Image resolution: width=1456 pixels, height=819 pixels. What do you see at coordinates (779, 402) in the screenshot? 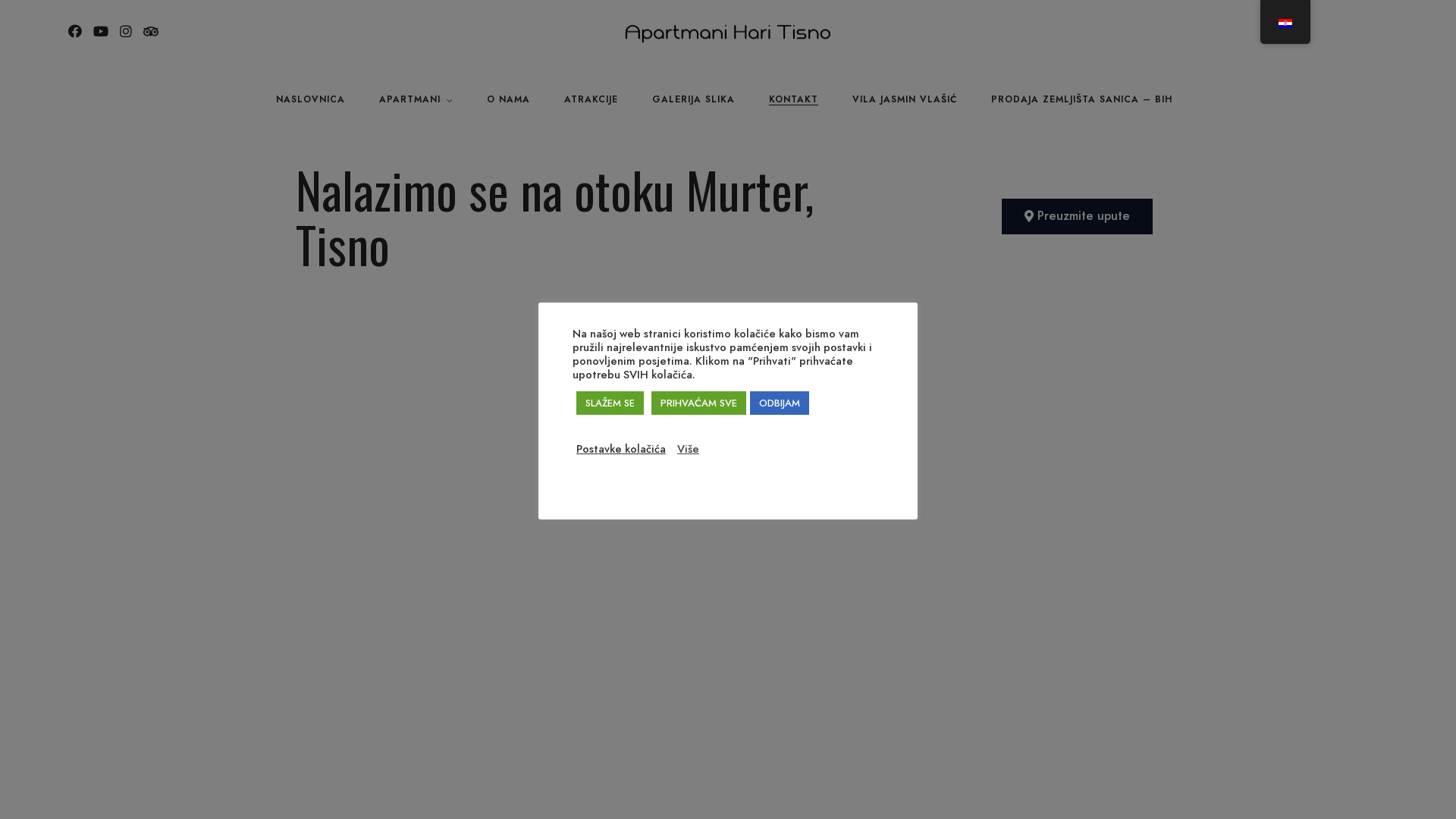
I see `'ODBIJAM'` at bounding box center [779, 402].